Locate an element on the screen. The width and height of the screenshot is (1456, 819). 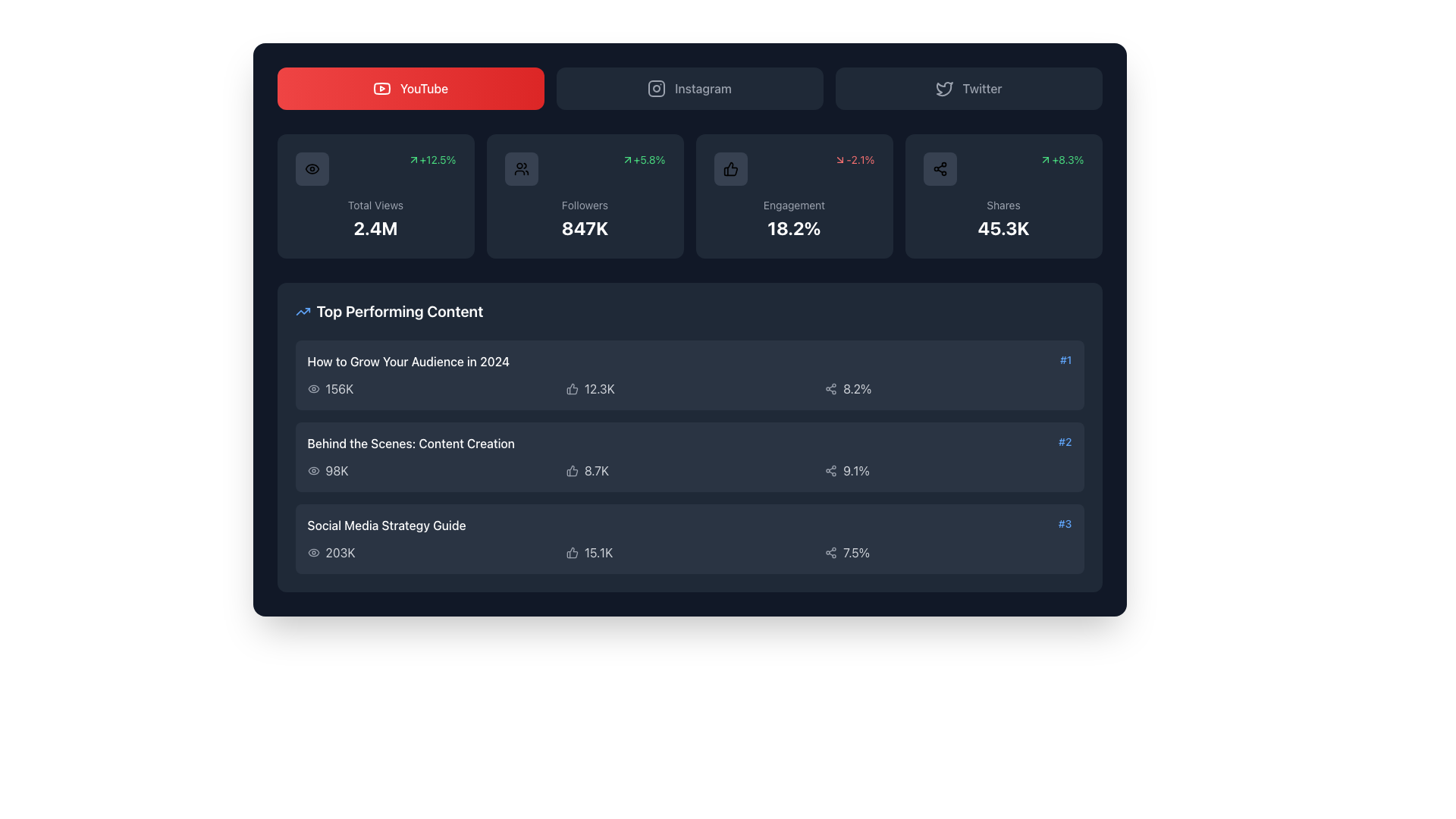
the numeric text label '9.1%' displayed in gray on a dark background, positioned in the middle-right section of the content item card is located at coordinates (856, 470).